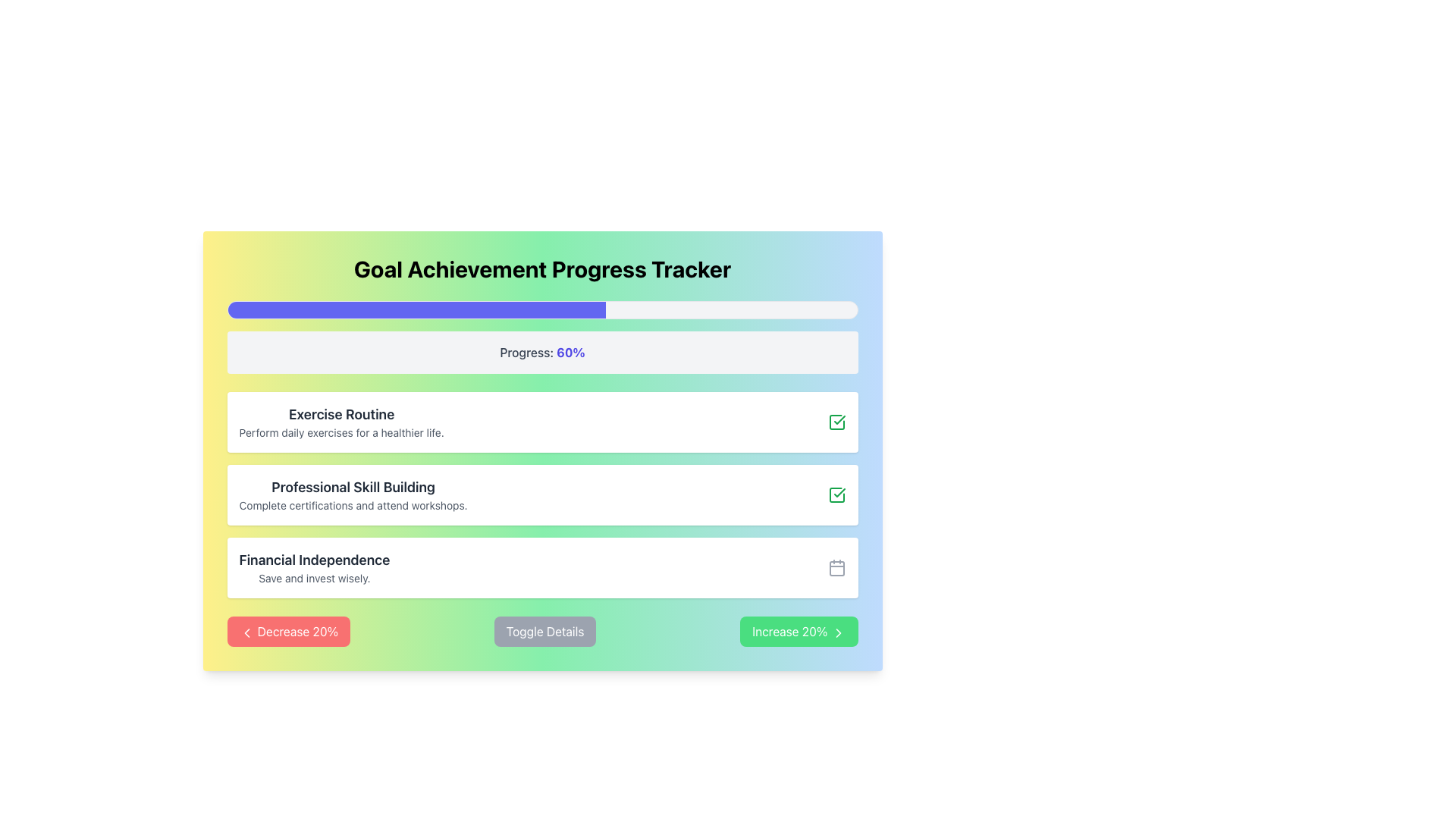 Image resolution: width=1456 pixels, height=819 pixels. What do you see at coordinates (836, 494) in the screenshot?
I see `the checkbox styled with a checkmark located in the 'Professional Skill Building' row` at bounding box center [836, 494].